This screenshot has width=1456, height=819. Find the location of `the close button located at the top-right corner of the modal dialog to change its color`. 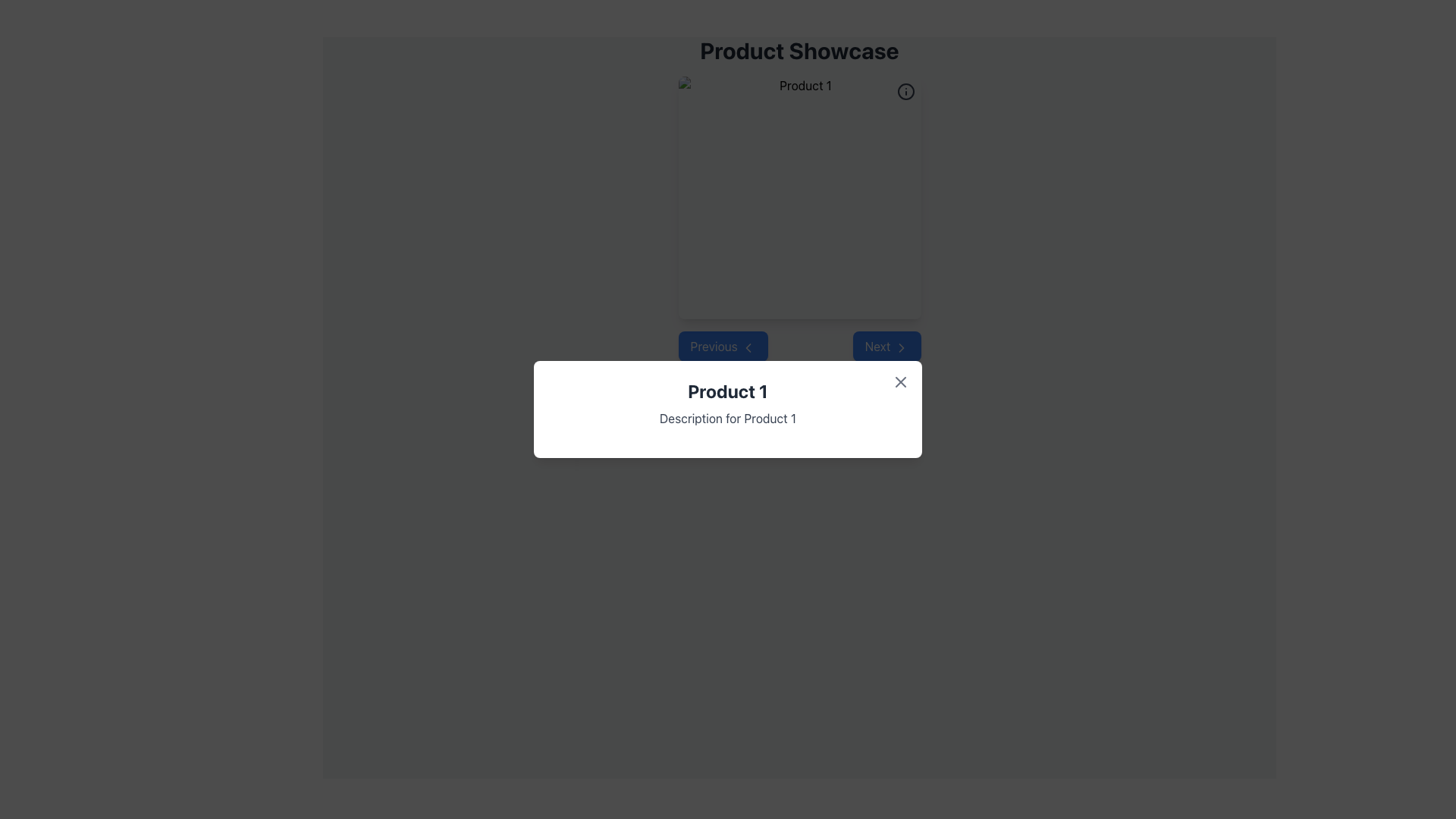

the close button located at the top-right corner of the modal dialog to change its color is located at coordinates (901, 381).